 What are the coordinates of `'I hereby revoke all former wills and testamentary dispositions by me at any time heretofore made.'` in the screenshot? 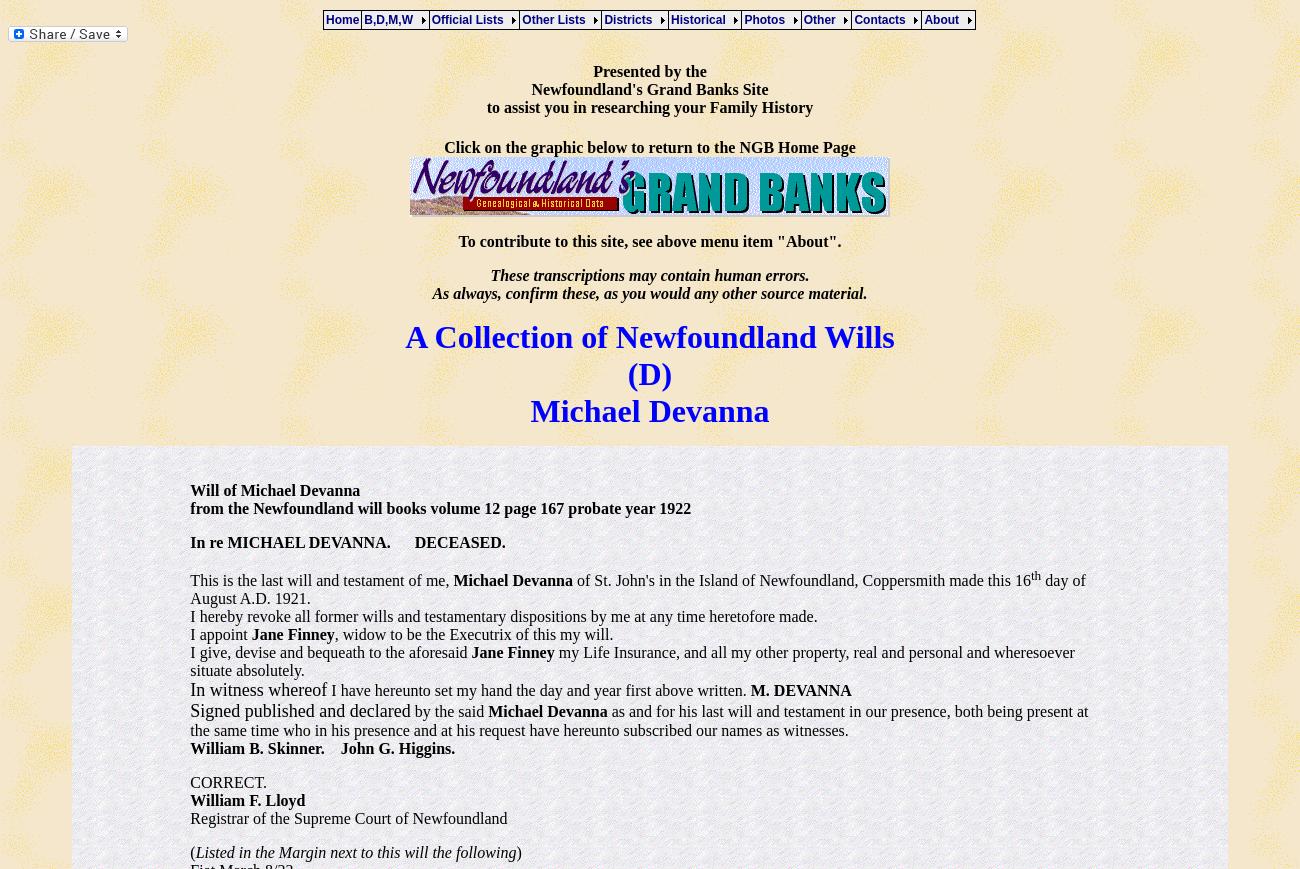 It's located at (503, 615).